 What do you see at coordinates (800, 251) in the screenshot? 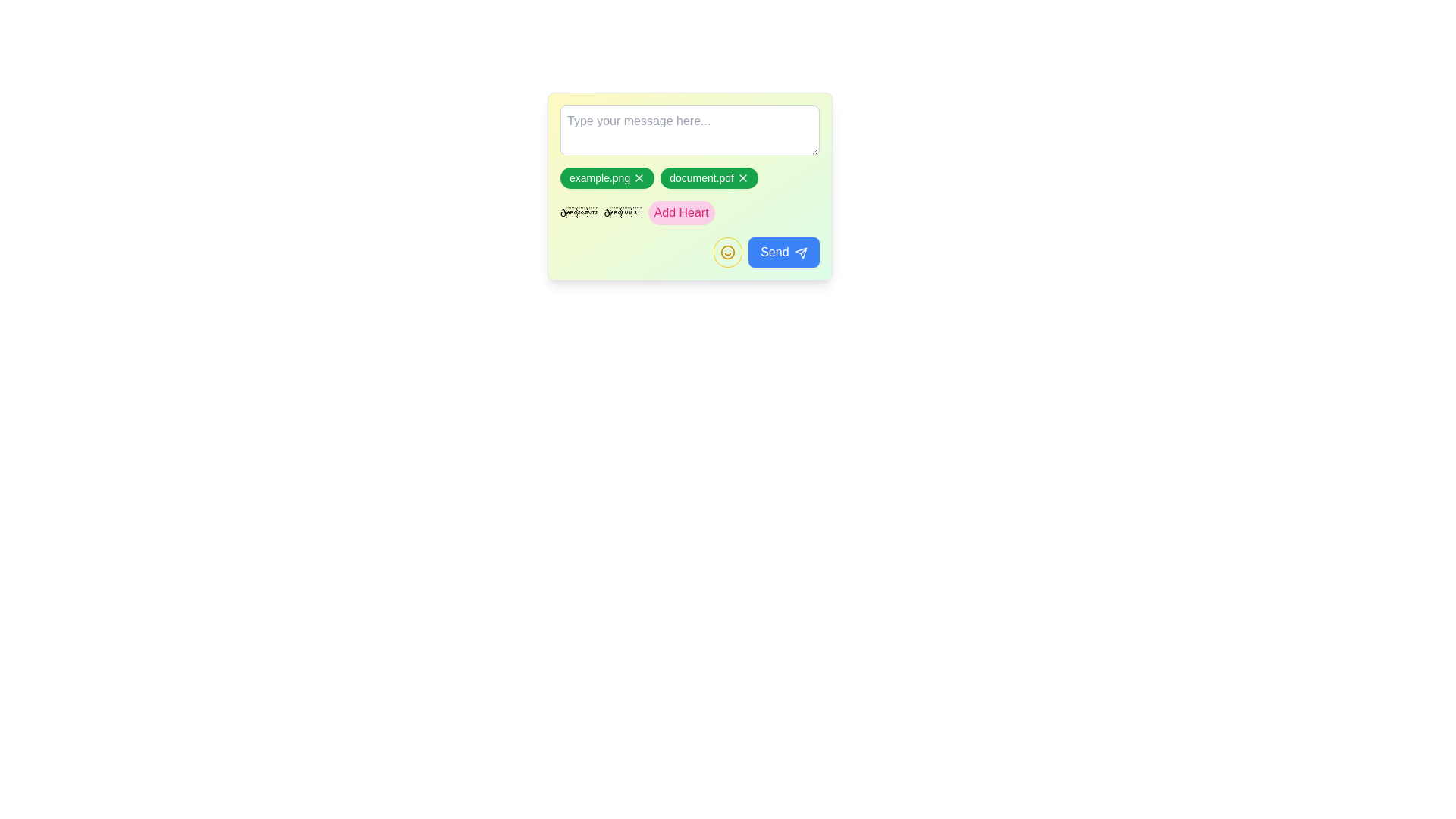
I see `the arrow-like icon within the 'Send' button to trigger its surrounding functionalities` at bounding box center [800, 251].